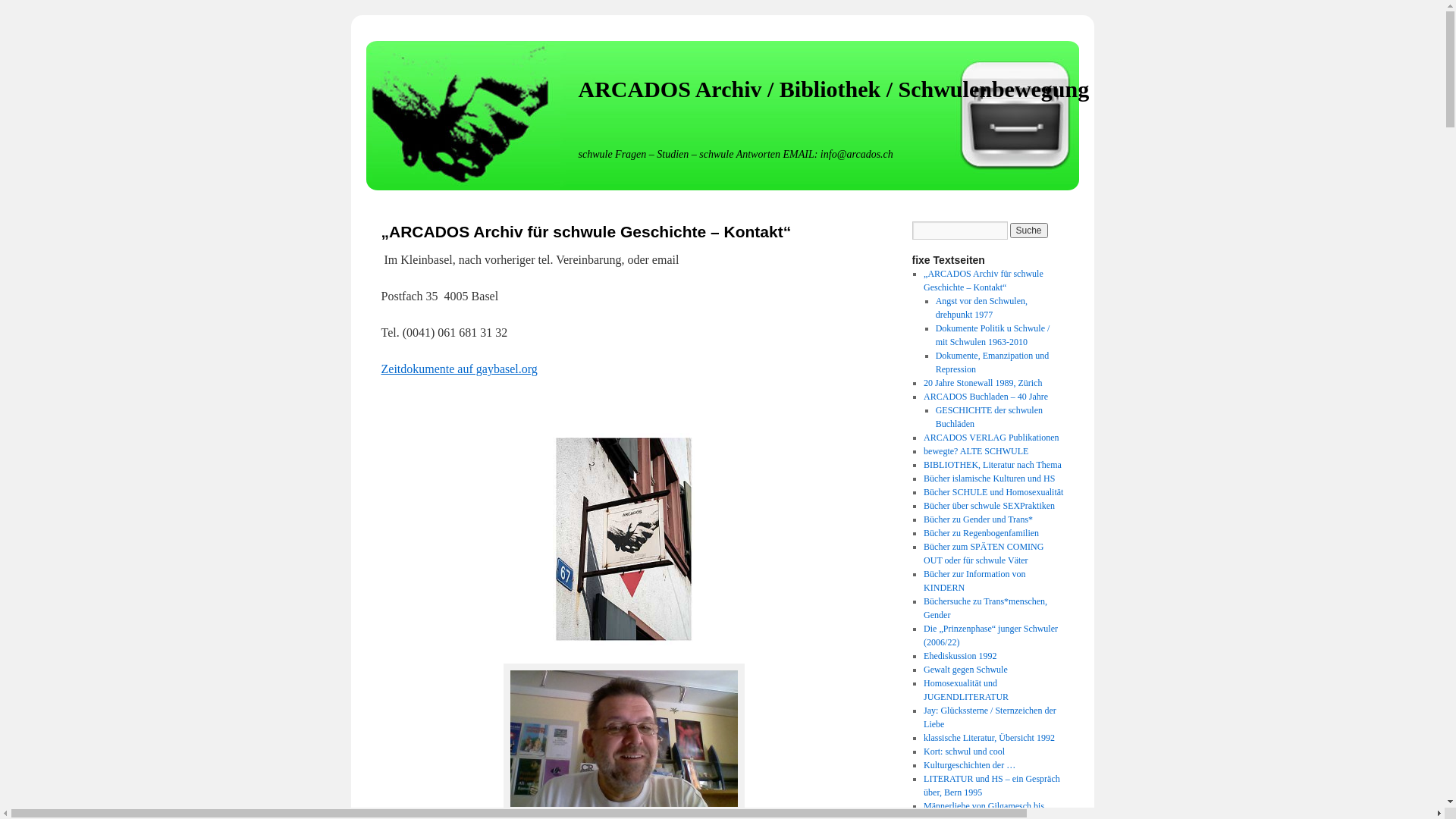  What do you see at coordinates (993, 334) in the screenshot?
I see `'Dokumente Politik u Schwule / mit Schwulen 1963-2010'` at bounding box center [993, 334].